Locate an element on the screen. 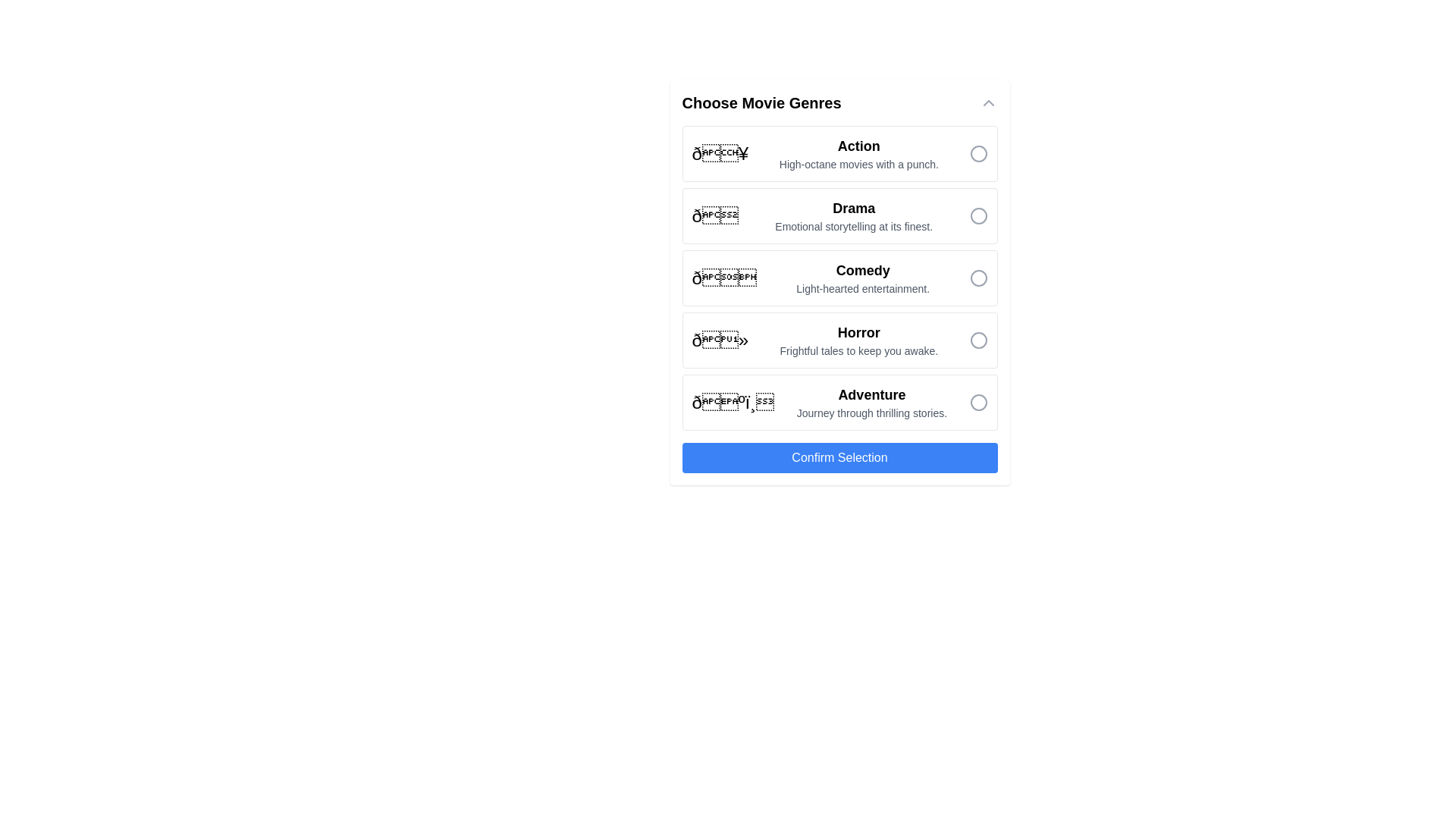  the 'Adventure' movie genre informational label located in the fifth row of the genre options list, positioned between 'Horror' and 'Confirm Selection' is located at coordinates (871, 402).